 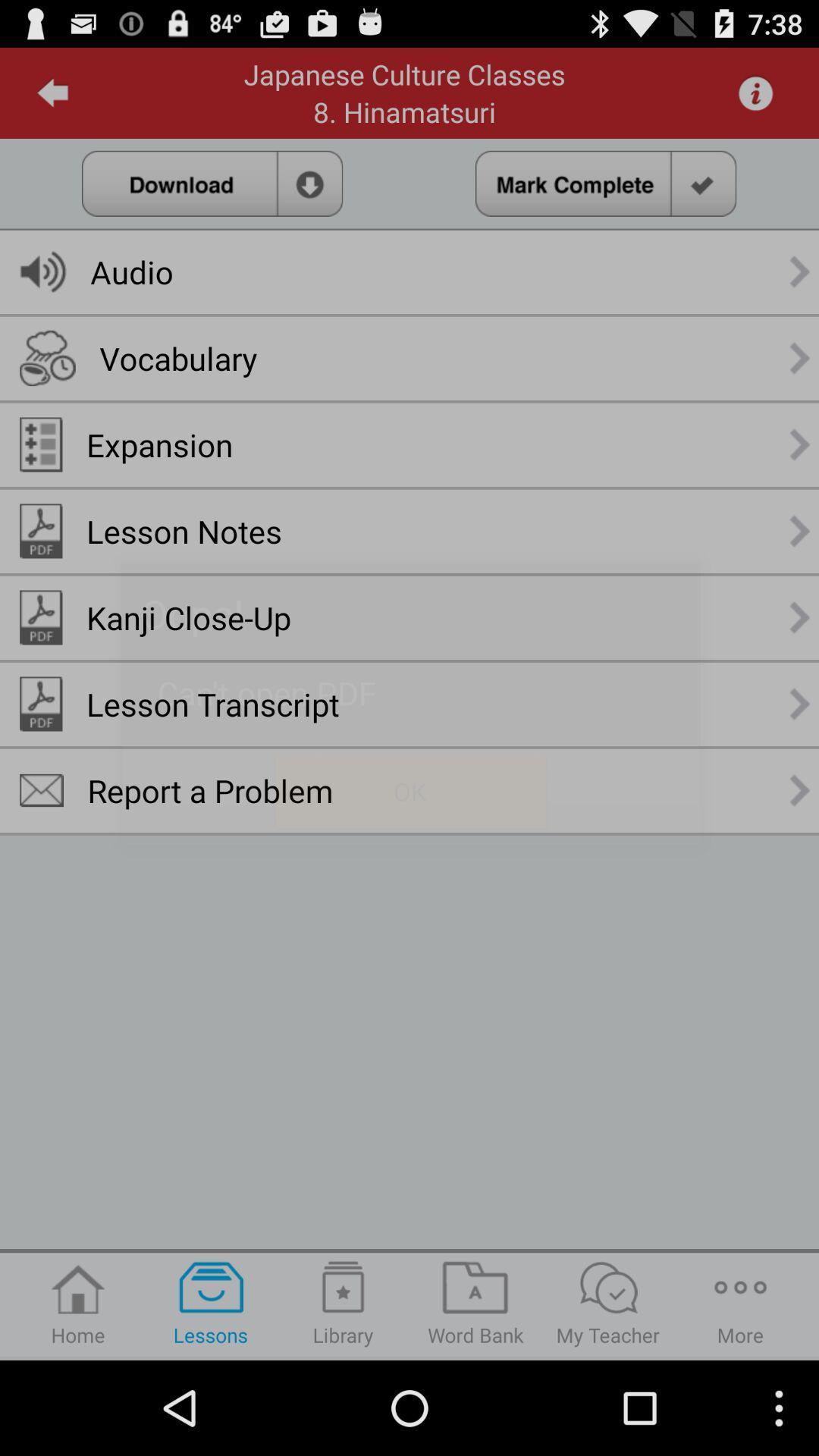 I want to click on icon above the vocabulary, so click(x=130, y=271).